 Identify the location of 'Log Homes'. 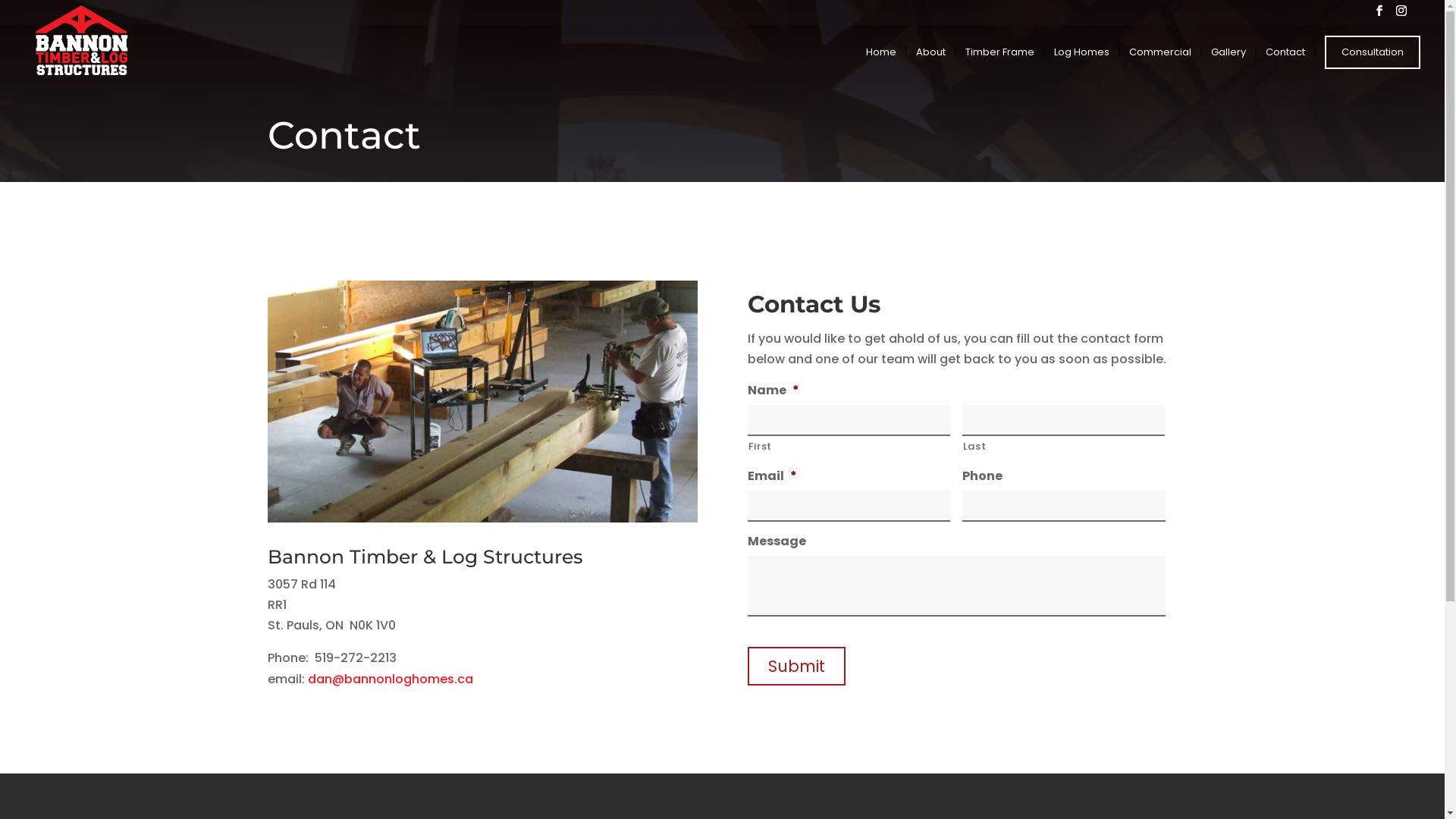
(1081, 62).